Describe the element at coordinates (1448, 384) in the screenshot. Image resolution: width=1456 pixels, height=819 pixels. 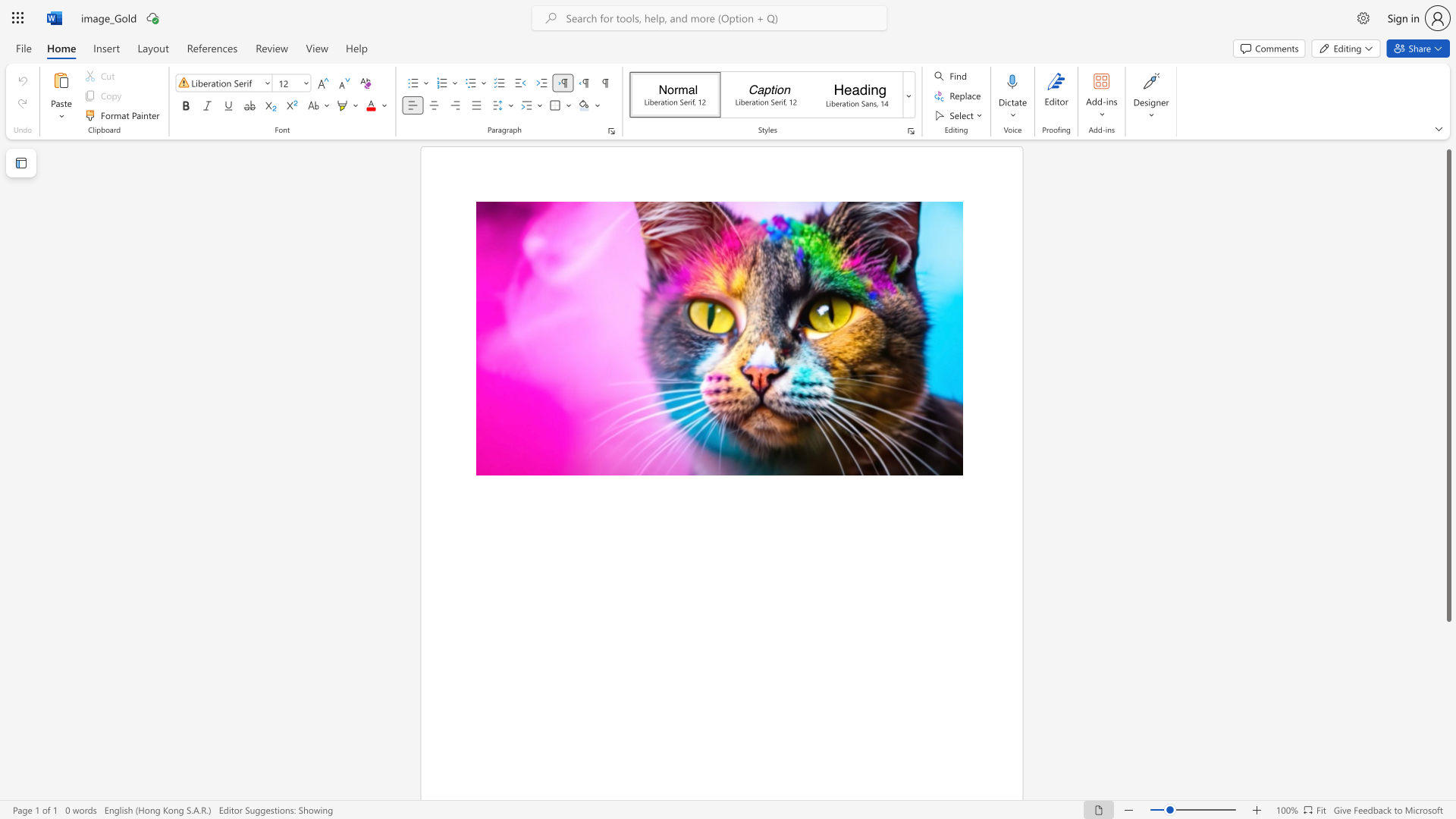
I see `the scrollbar and move down 130 pixels` at that location.